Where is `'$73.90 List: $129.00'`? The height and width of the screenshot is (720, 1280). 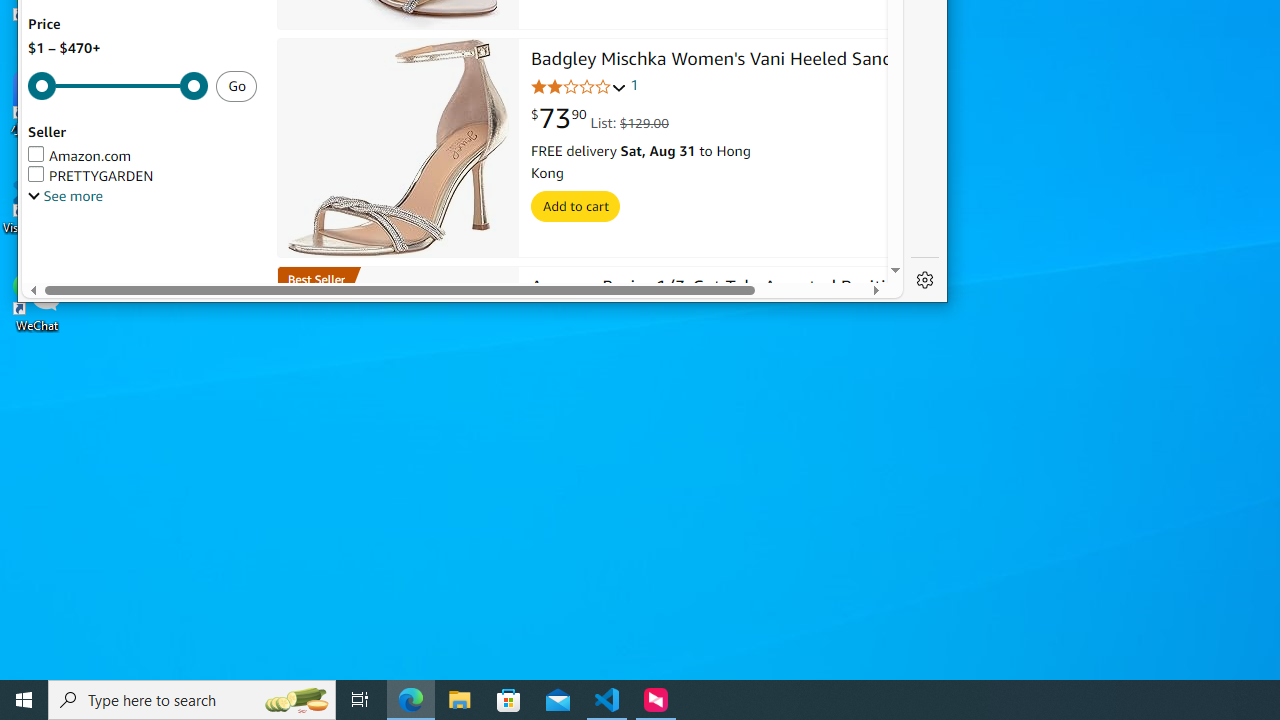 '$73.90 List: $129.00' is located at coordinates (599, 118).